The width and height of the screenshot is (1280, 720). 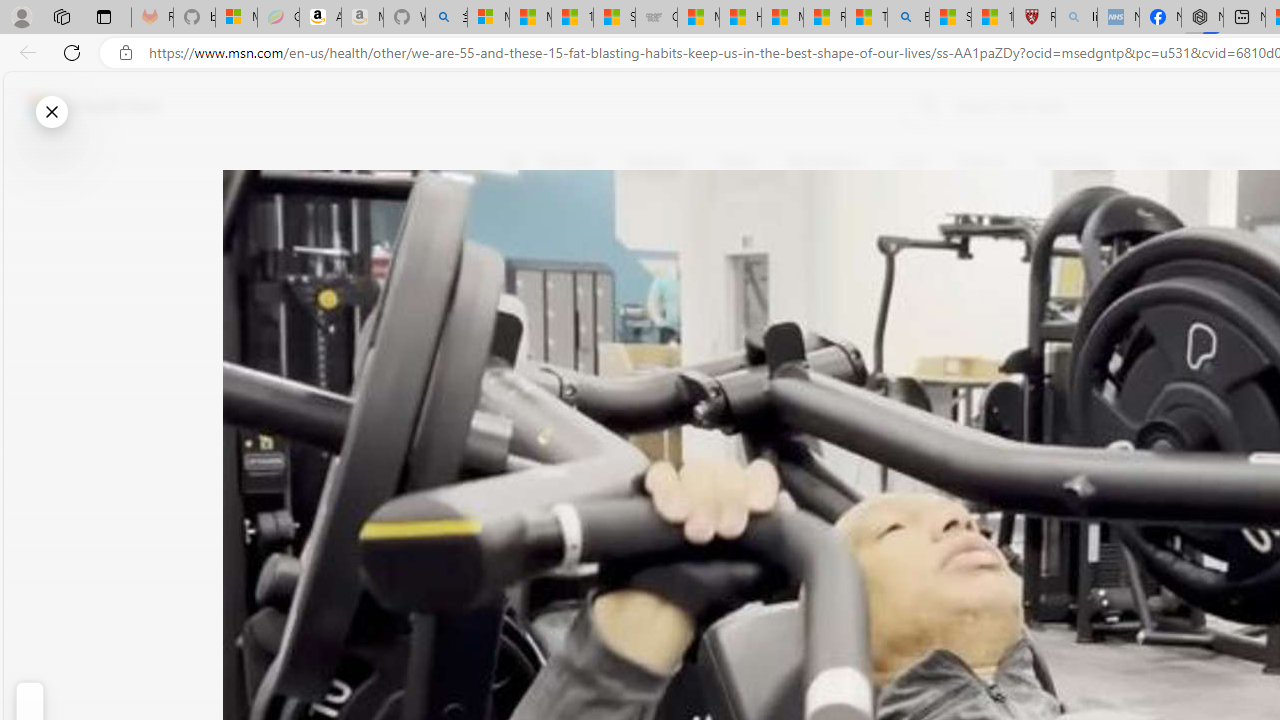 I want to click on 'Robert H. Shmerling, MD - Harvard Health', so click(x=1034, y=17).